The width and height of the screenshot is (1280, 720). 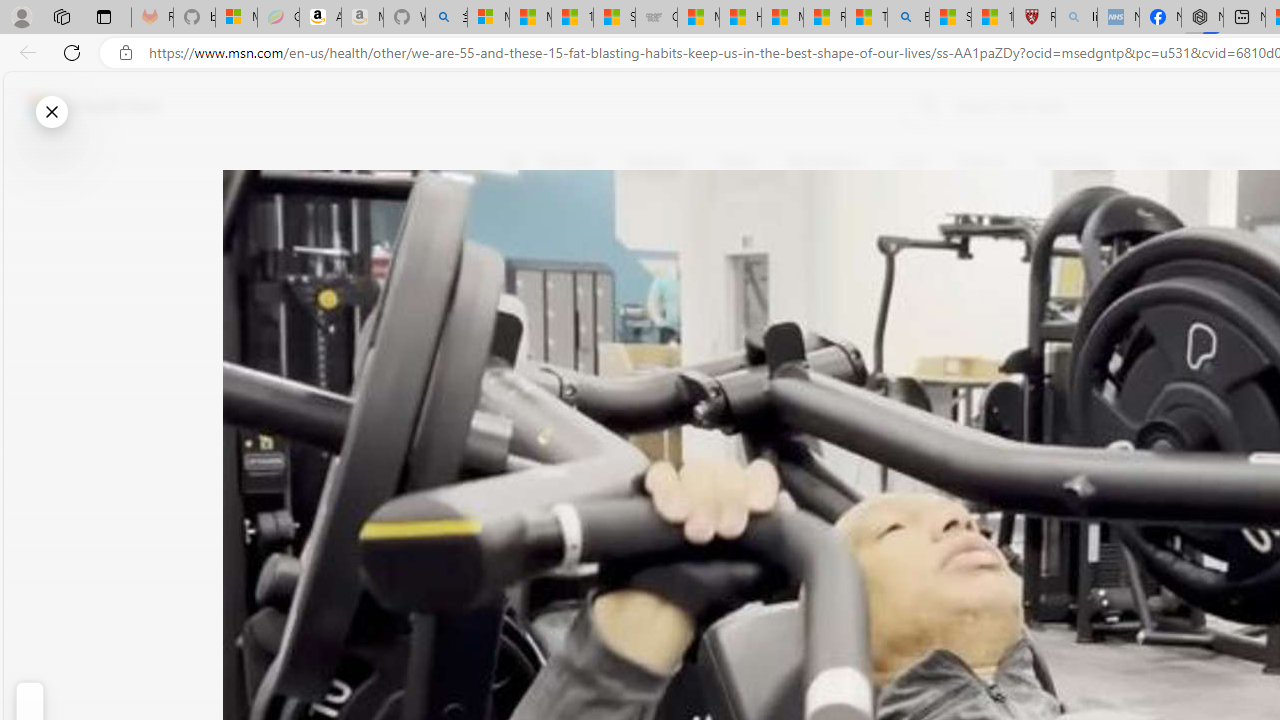 I want to click on 'Robert H. Shmerling, MD - Harvard Health', so click(x=1034, y=17).